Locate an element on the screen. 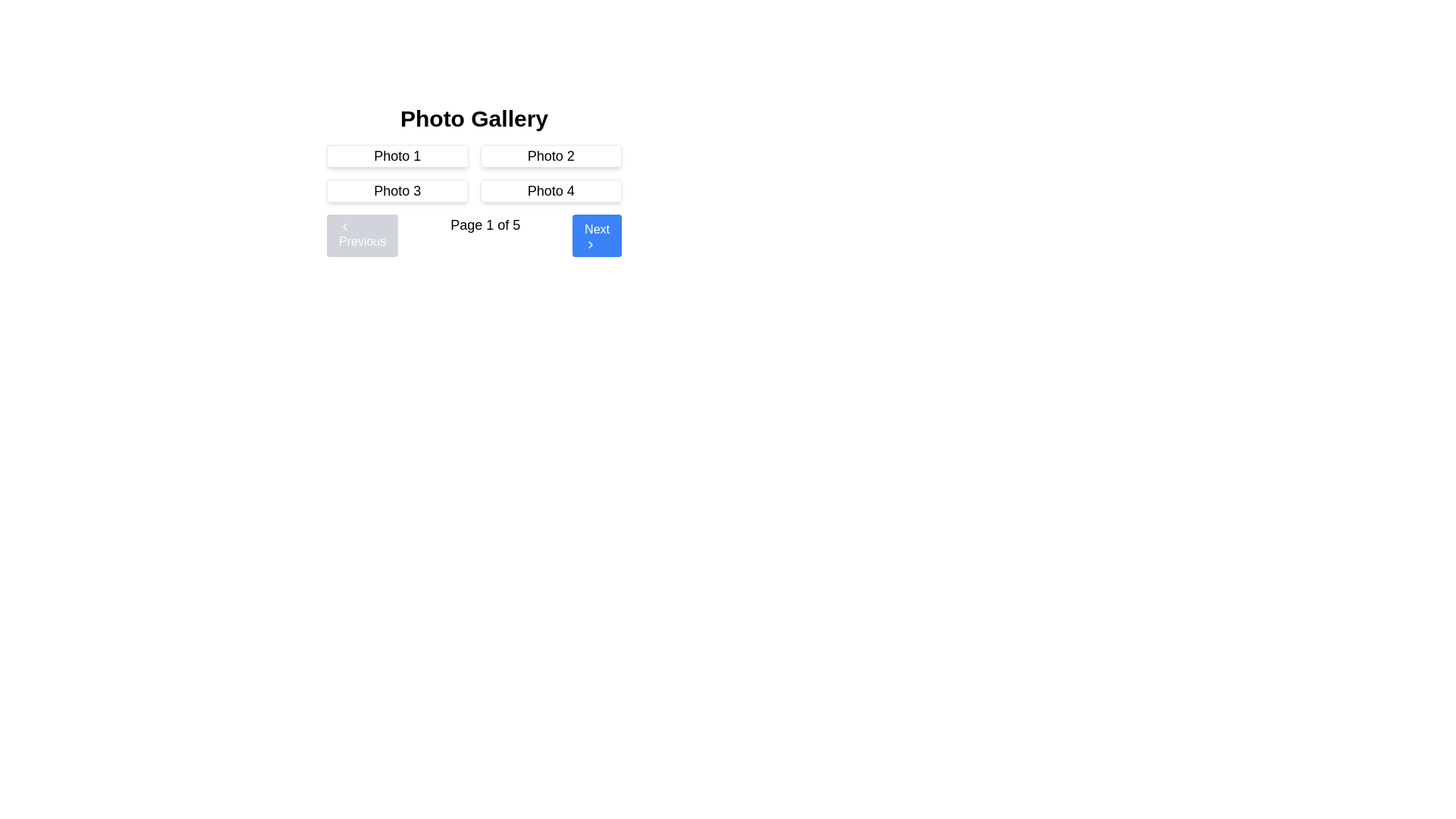 The width and height of the screenshot is (1456, 819). heading text element that displays 'Photo Gallery', which is a bold and large-sized text located at the top of the interface and horizontally centered is located at coordinates (473, 118).